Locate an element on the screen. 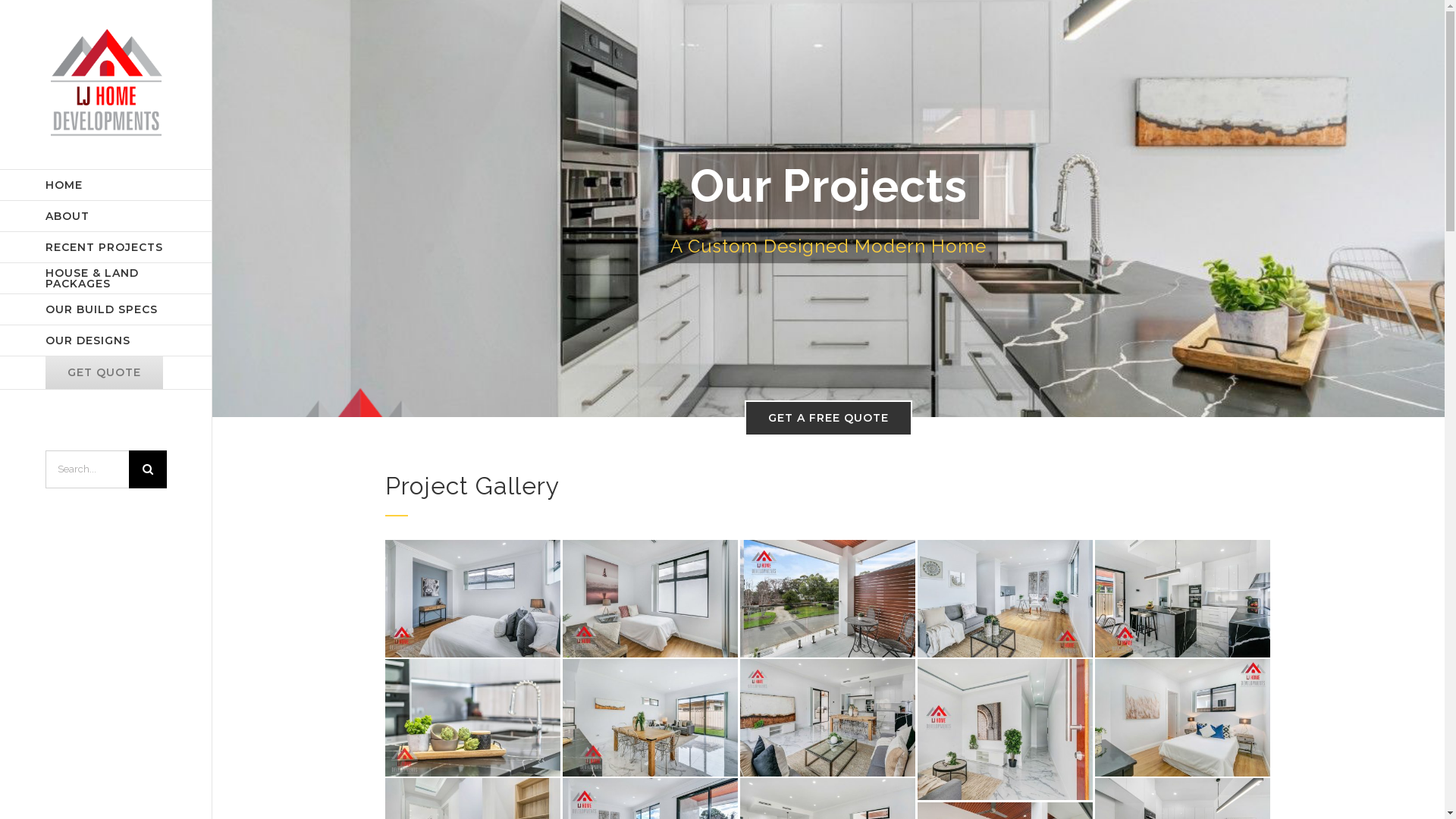 The image size is (1456, 819). '9' is located at coordinates (1181, 717).